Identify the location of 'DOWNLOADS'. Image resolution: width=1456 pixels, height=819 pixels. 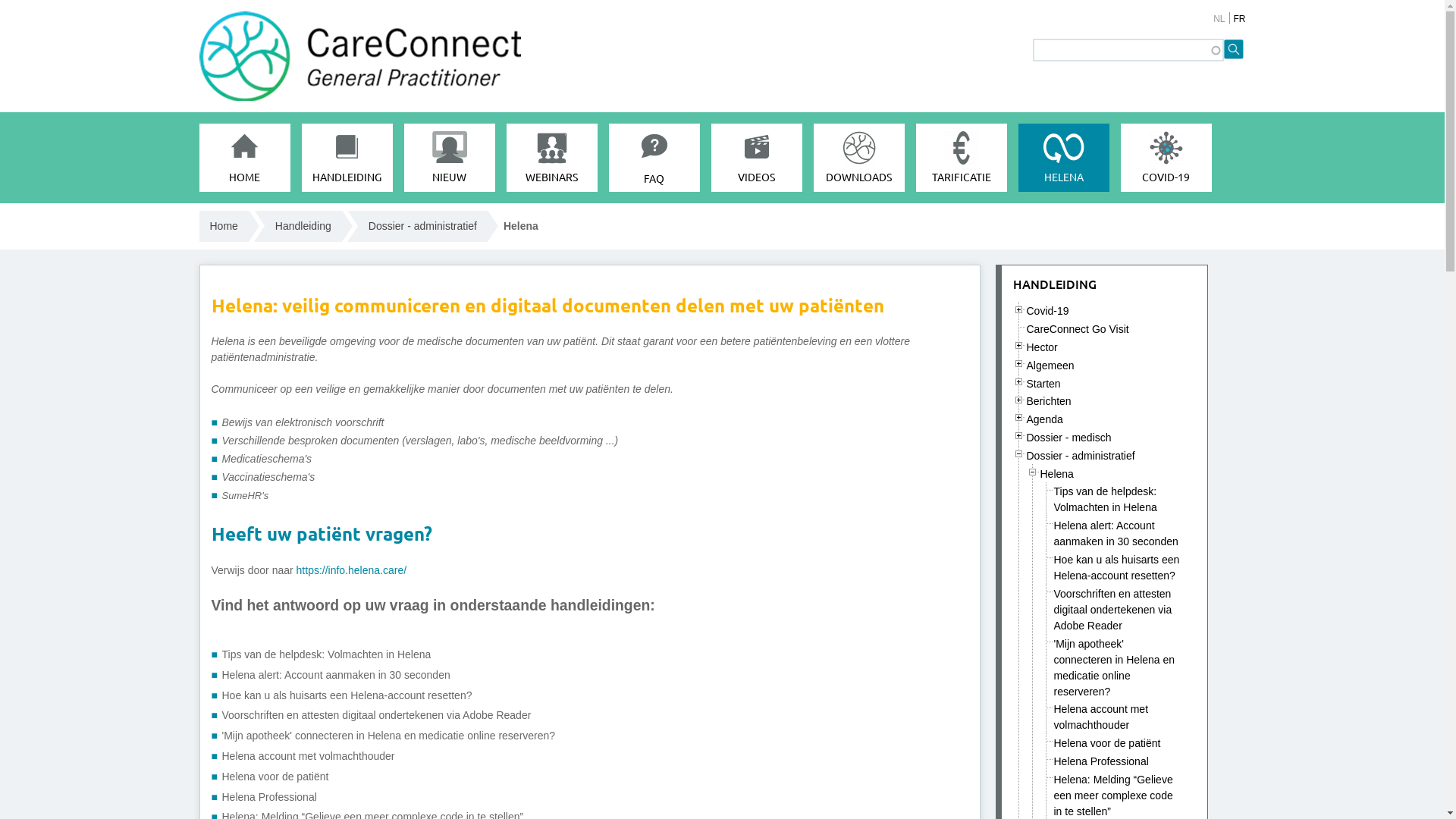
(858, 158).